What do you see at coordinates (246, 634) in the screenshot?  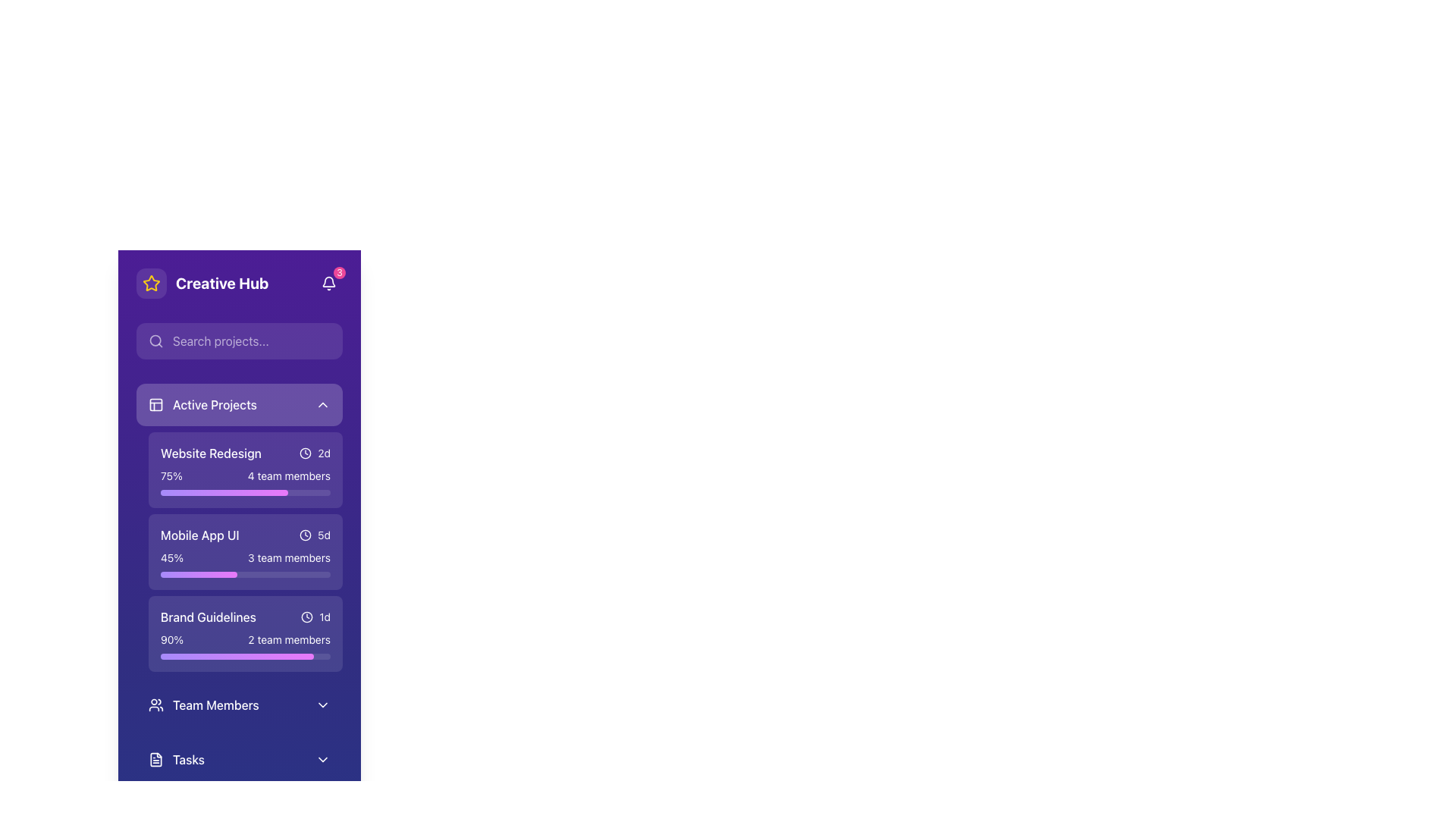 I see `on the 'Brand Guidelines' Informational Card located in the 'Active Projects' section` at bounding box center [246, 634].